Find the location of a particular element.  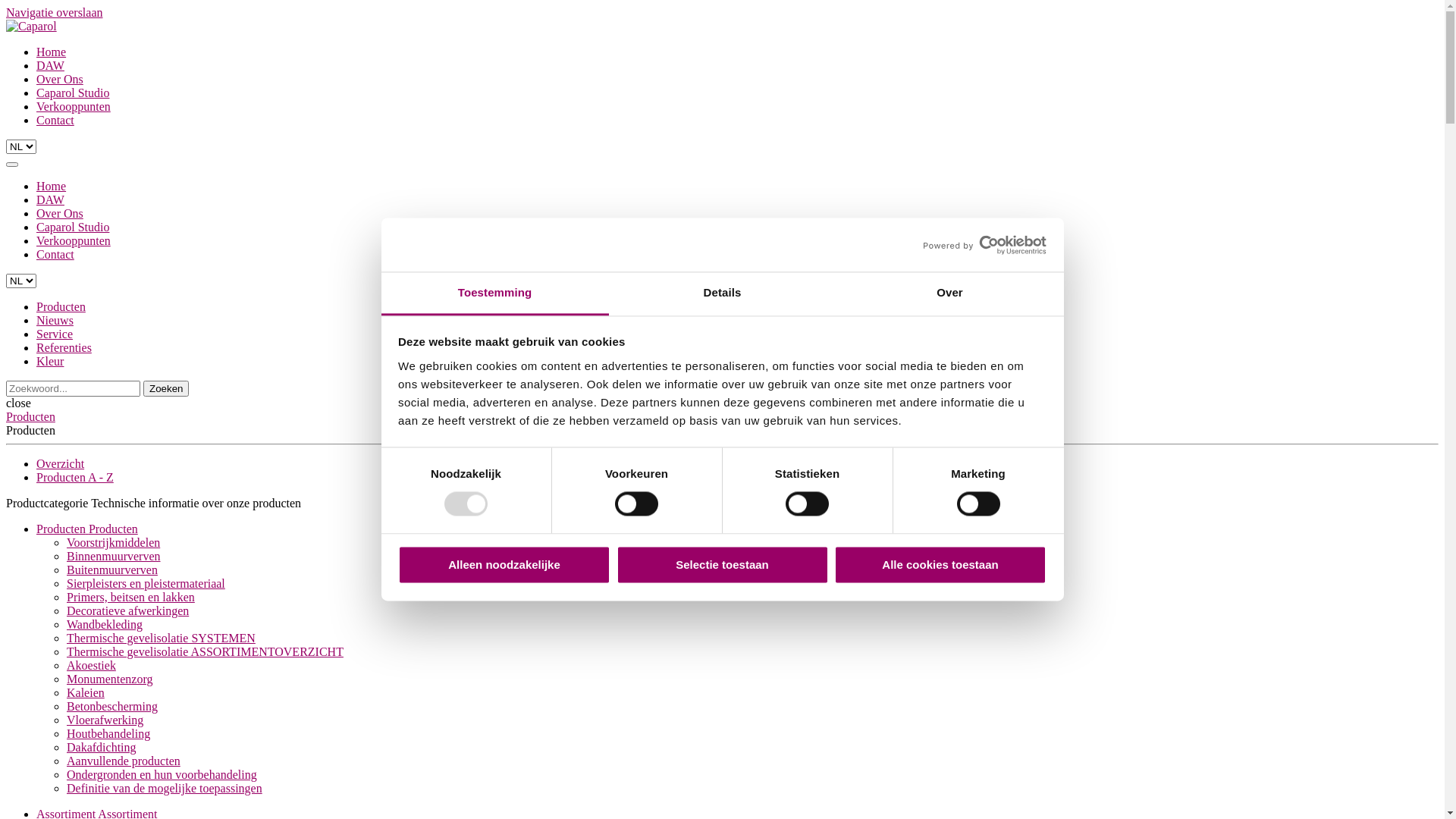

'Overzicht' is located at coordinates (60, 463).